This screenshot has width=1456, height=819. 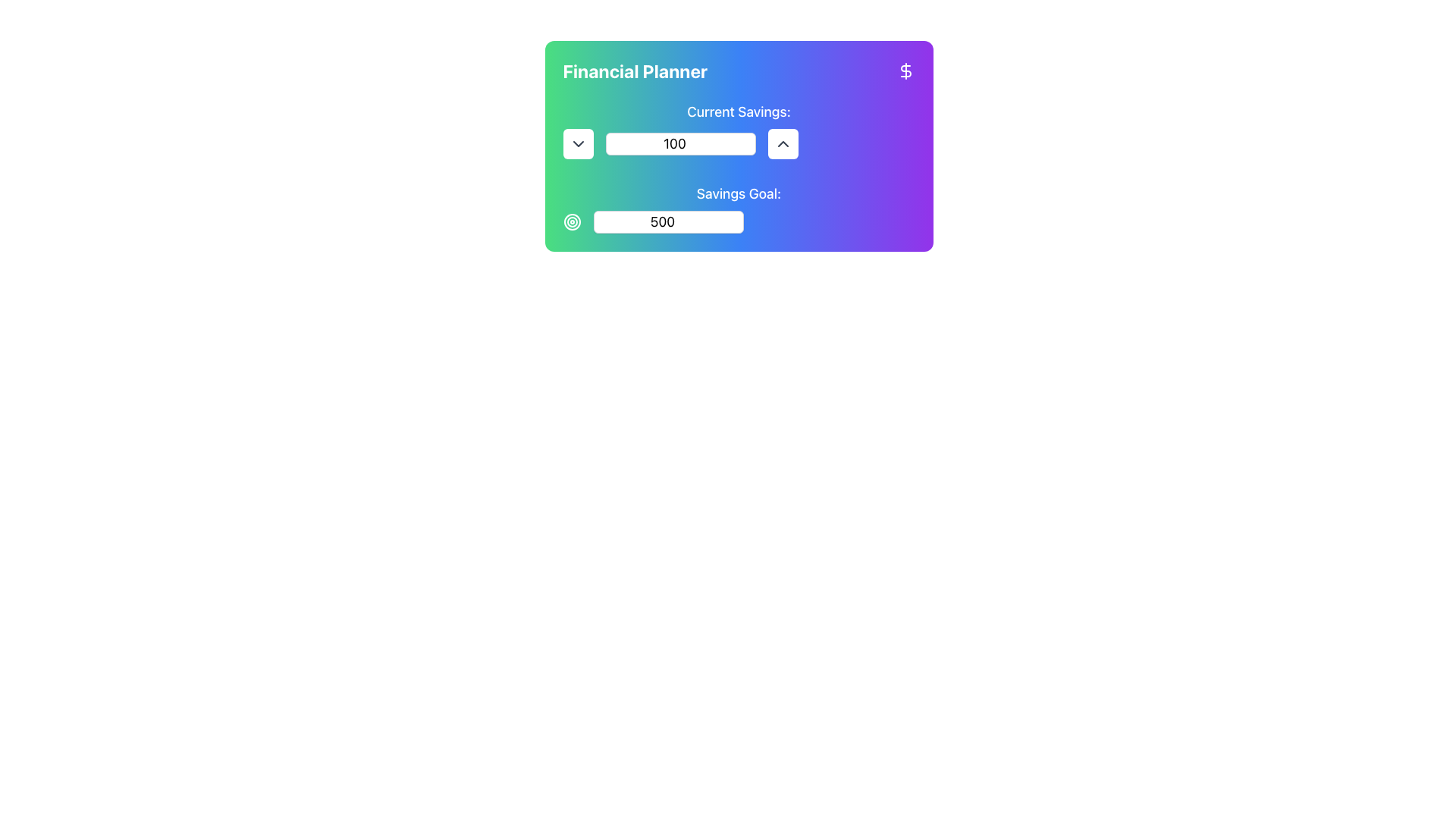 I want to click on the numeric input field associated with the 'Savings Goal:' label, so click(x=739, y=208).